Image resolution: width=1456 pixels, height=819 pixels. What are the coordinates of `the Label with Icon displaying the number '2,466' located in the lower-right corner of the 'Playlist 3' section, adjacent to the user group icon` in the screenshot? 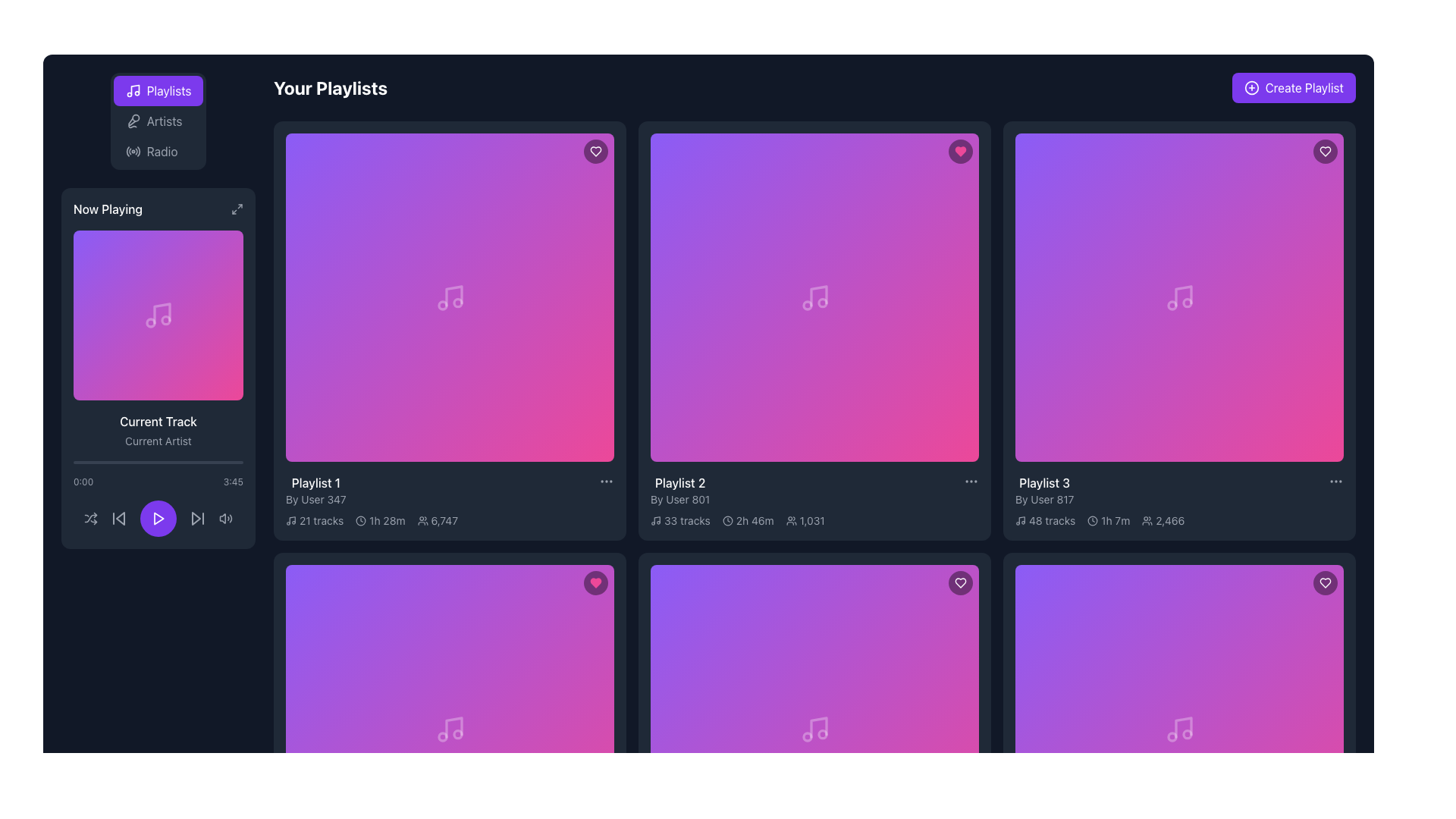 It's located at (1163, 519).